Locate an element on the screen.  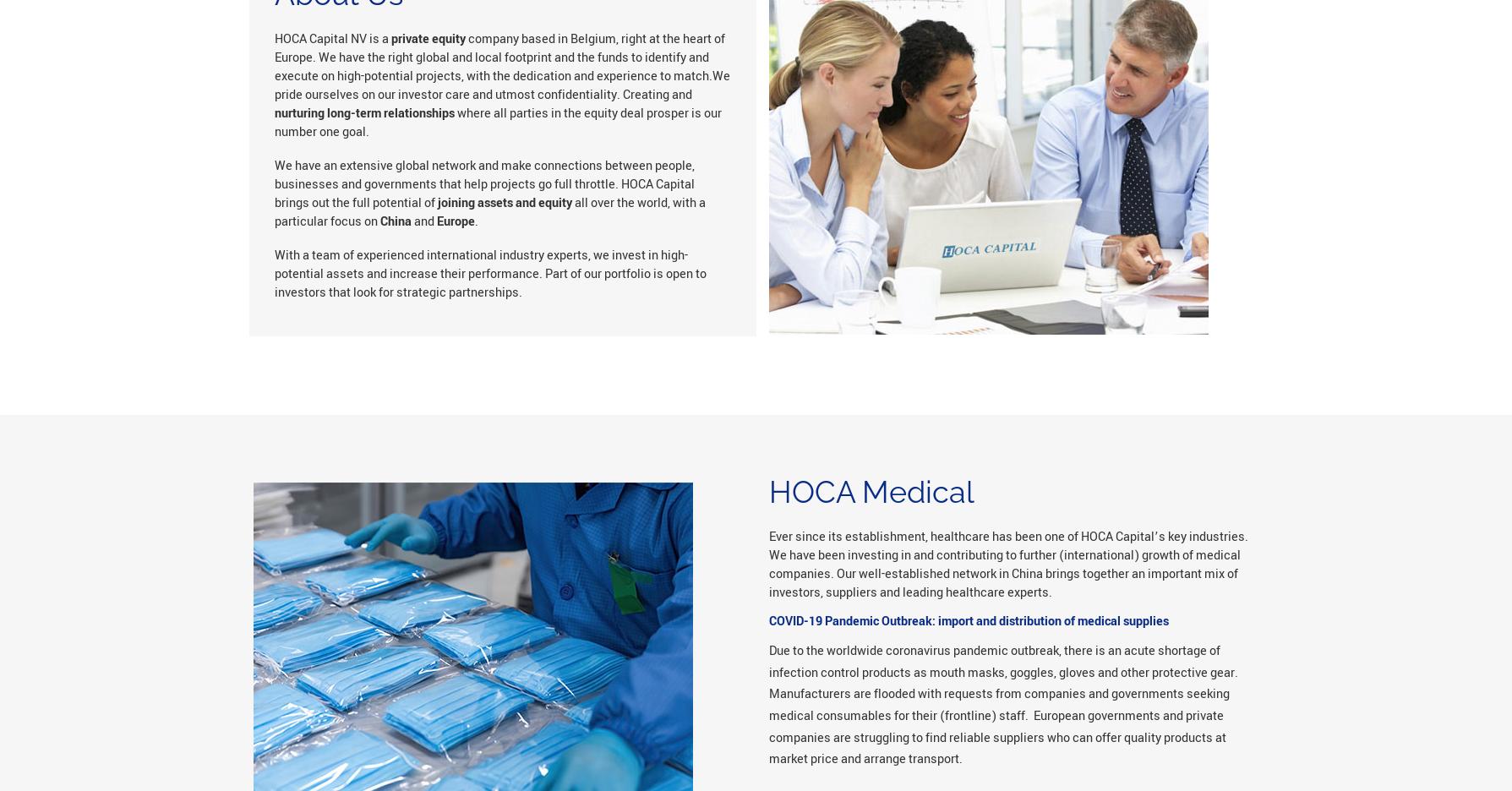
'Search:' is located at coordinates (440, 52).